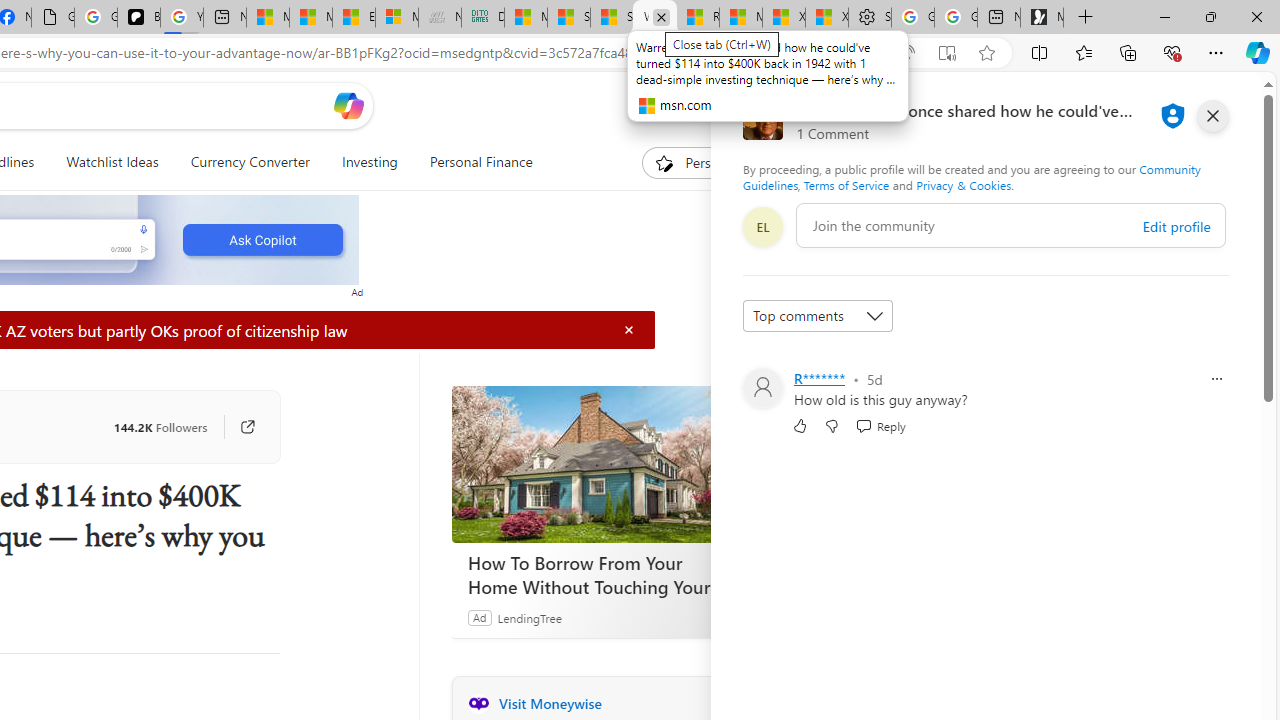 This screenshot has width=1280, height=720. What do you see at coordinates (111, 162) in the screenshot?
I see `'Watchlist Ideas'` at bounding box center [111, 162].